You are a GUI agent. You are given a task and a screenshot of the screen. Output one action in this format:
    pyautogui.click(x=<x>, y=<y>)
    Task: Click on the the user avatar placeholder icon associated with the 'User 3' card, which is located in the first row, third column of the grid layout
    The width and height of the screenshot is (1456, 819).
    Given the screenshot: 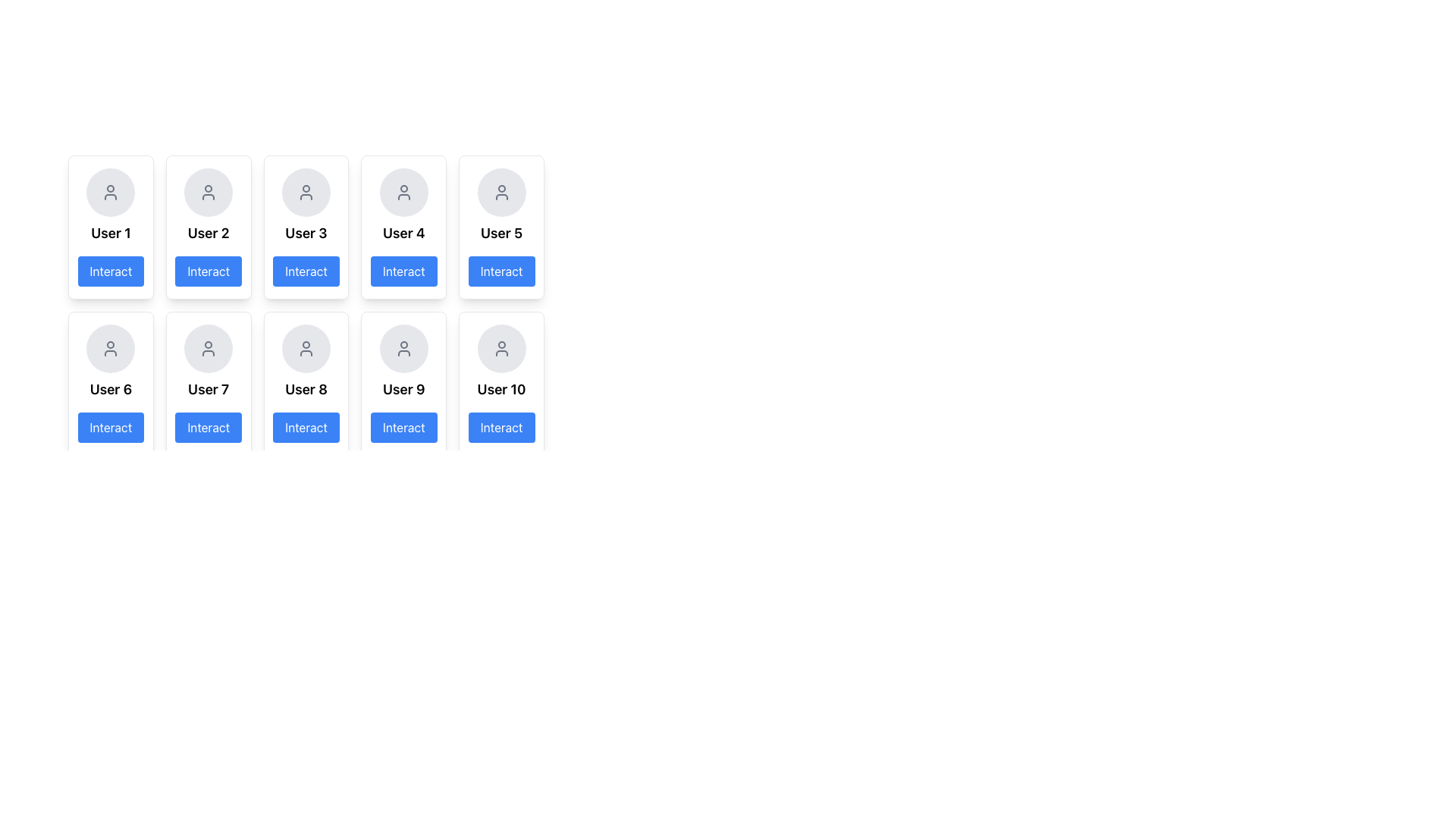 What is the action you would take?
    pyautogui.click(x=305, y=192)
    